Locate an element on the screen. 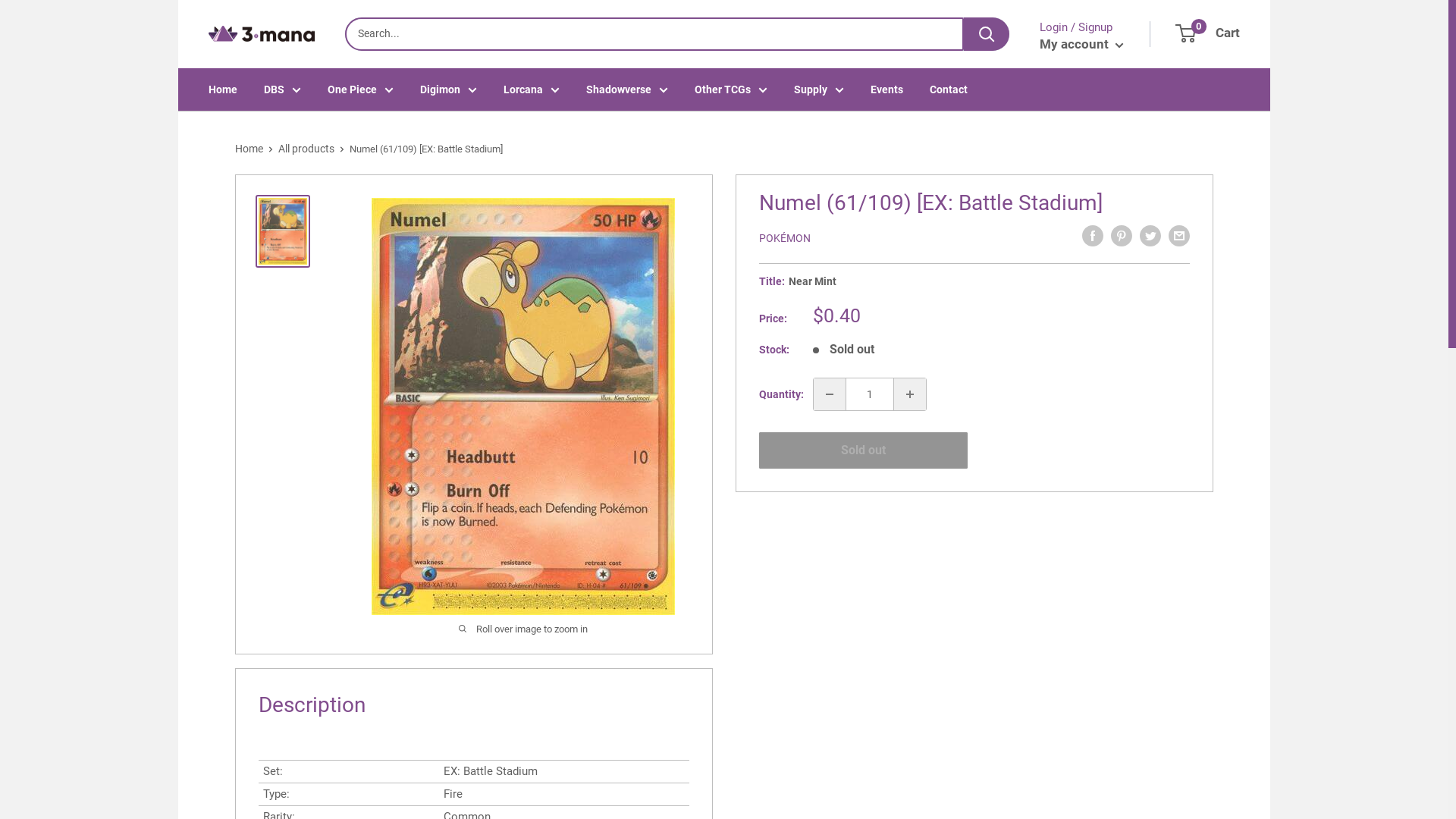 This screenshot has width=1456, height=819. 'BSD' is located at coordinates (246, 54).